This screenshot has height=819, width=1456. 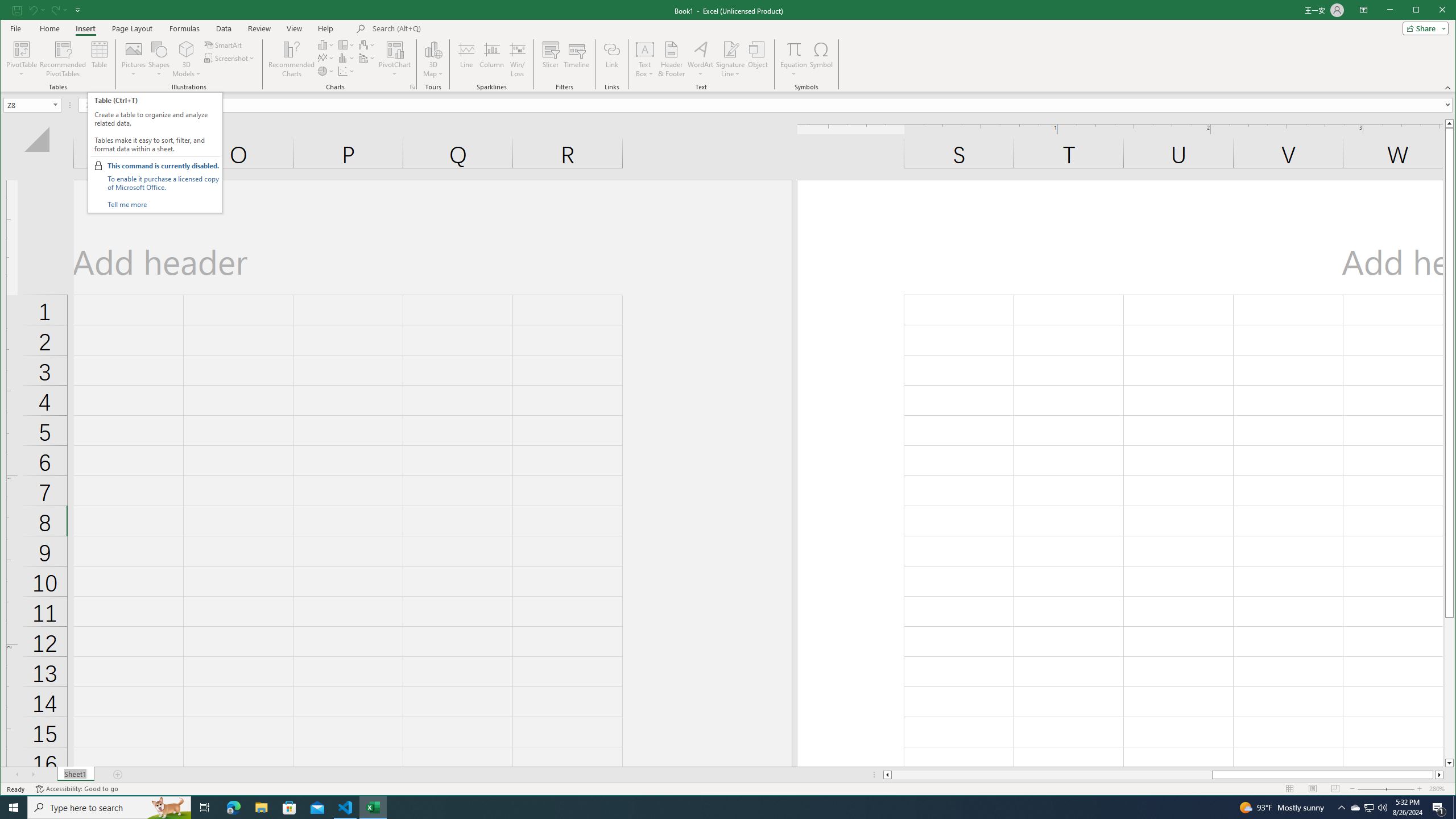 What do you see at coordinates (325, 58) in the screenshot?
I see `'Insert Line or Area Chart'` at bounding box center [325, 58].